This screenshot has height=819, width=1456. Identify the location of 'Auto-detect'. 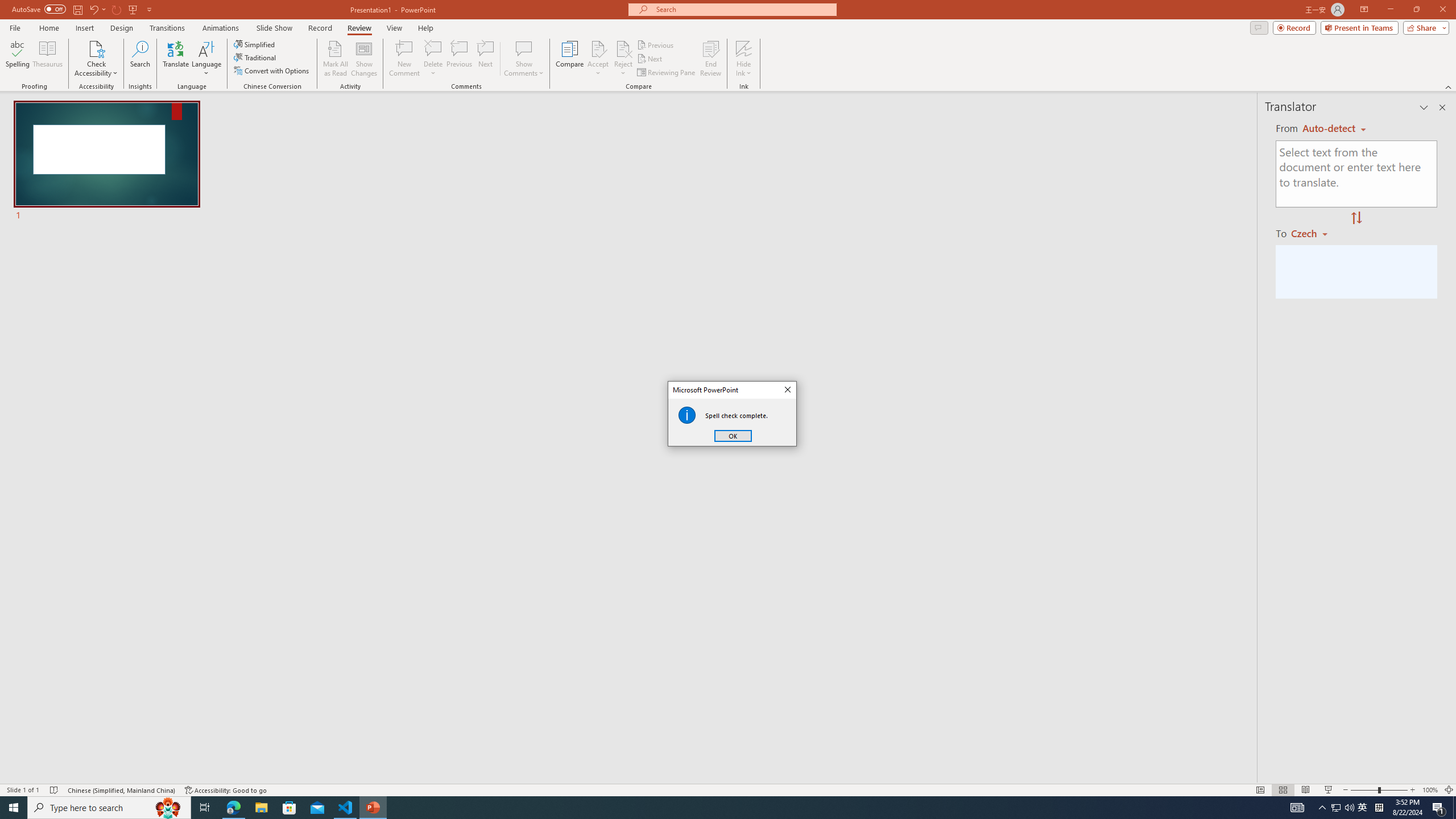
(1334, 128).